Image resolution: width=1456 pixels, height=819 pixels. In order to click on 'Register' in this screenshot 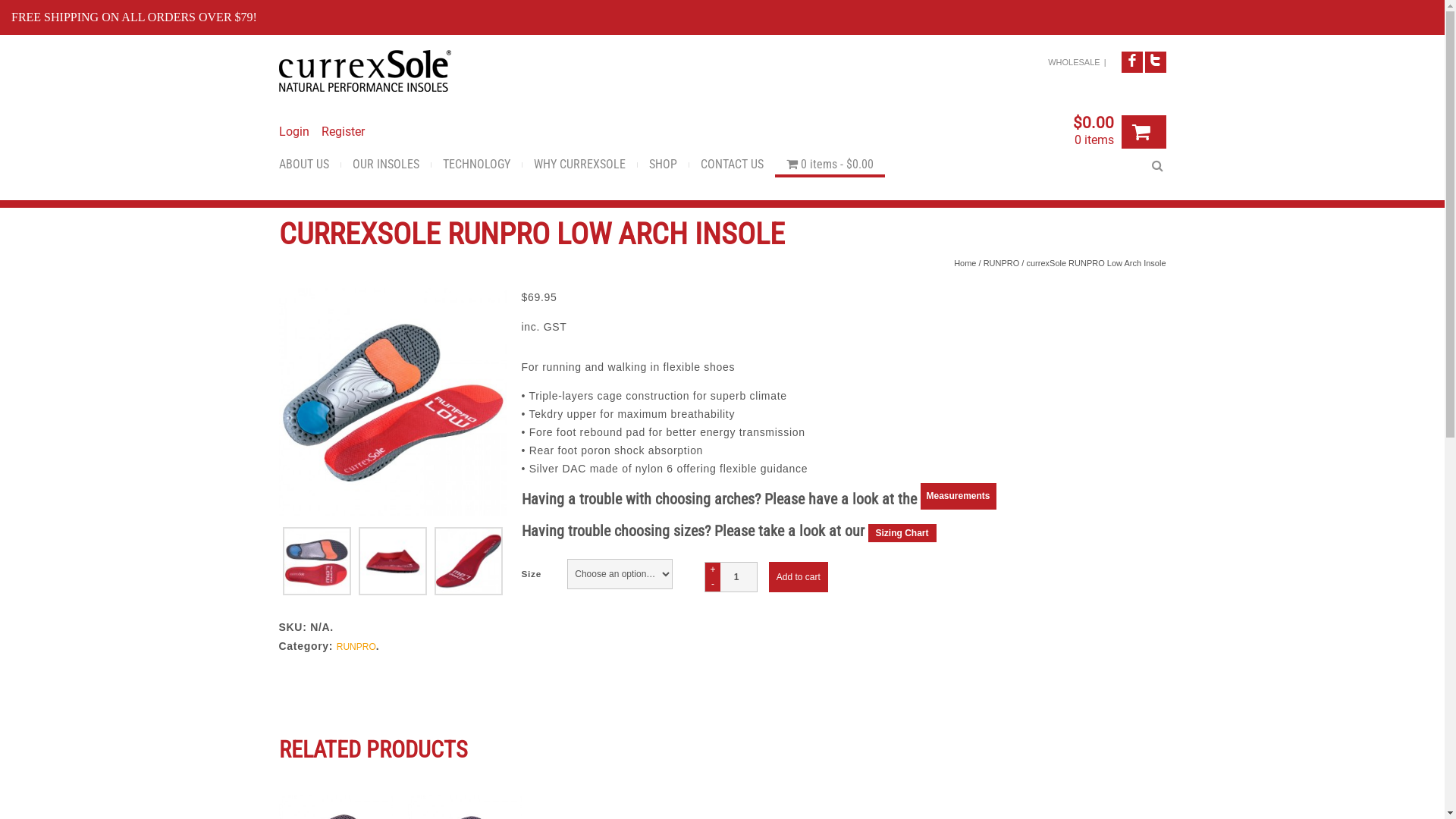, I will do `click(320, 130)`.